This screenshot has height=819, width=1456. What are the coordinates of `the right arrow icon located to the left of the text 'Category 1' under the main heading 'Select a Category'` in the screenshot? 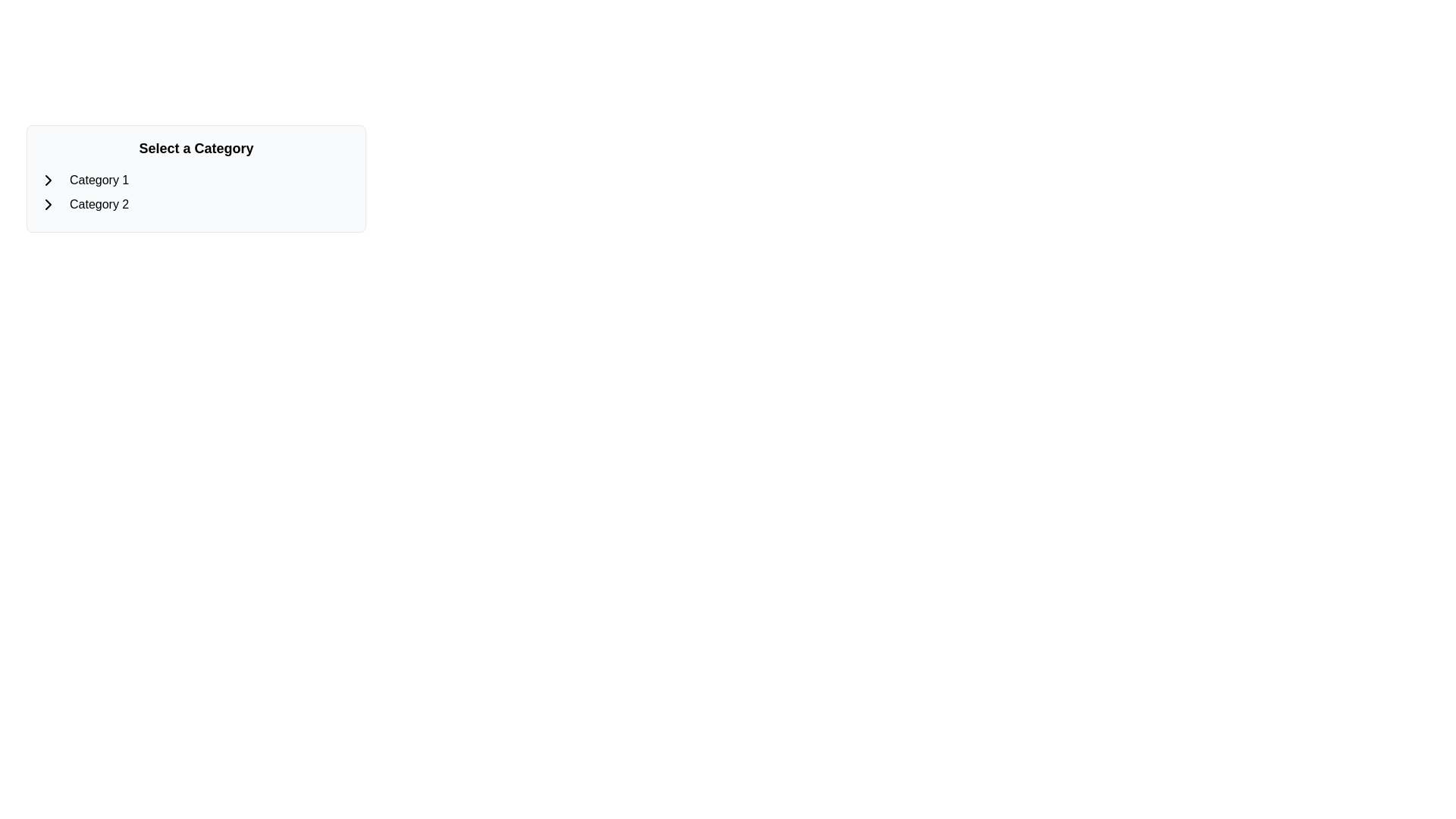 It's located at (48, 180).